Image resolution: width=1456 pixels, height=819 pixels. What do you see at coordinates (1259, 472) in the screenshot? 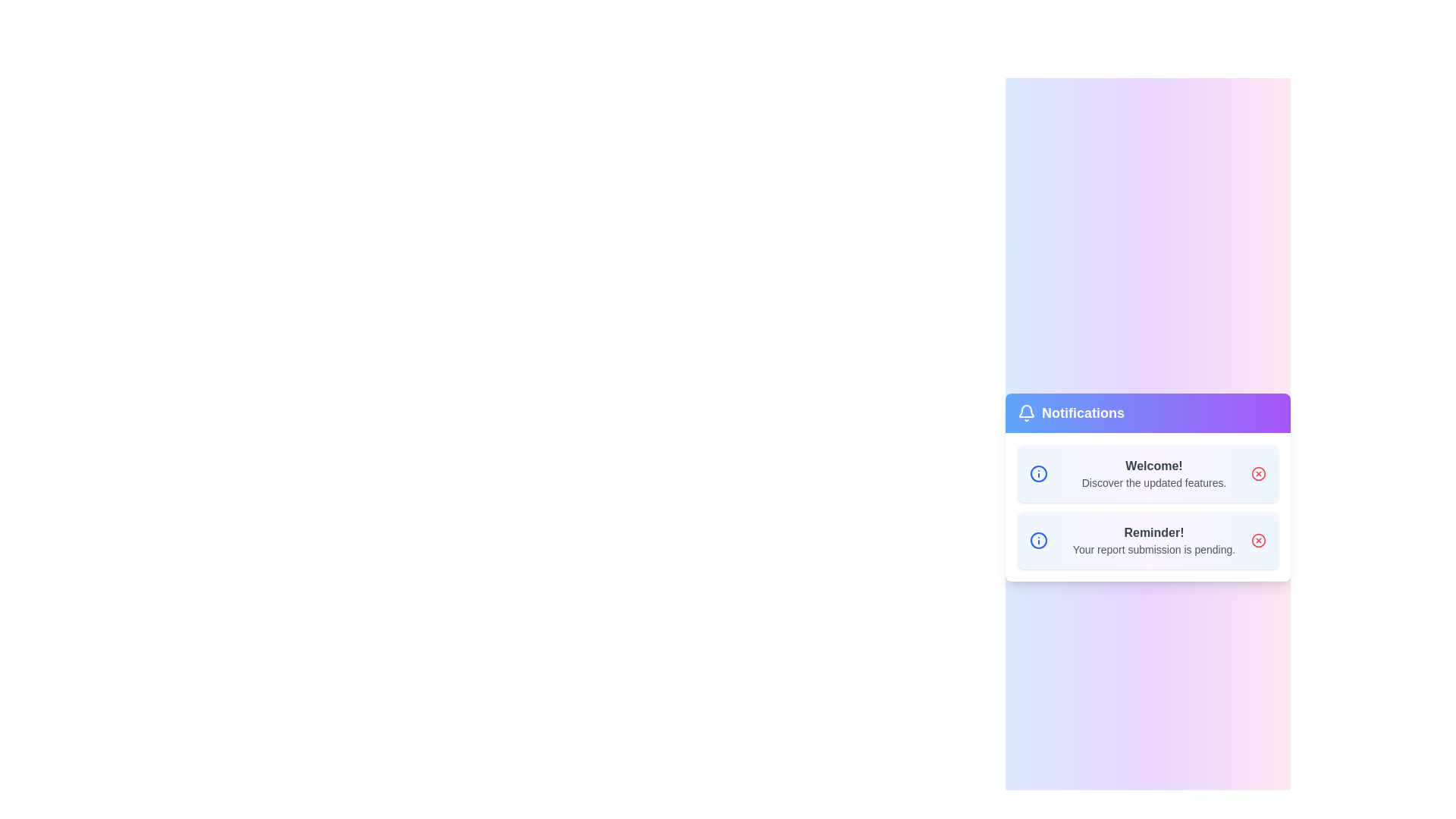
I see `the circular button with a red border and white interior that contains a red 'X' symbol, located in the top-right corner of the first notification card in the notification panel` at bounding box center [1259, 472].